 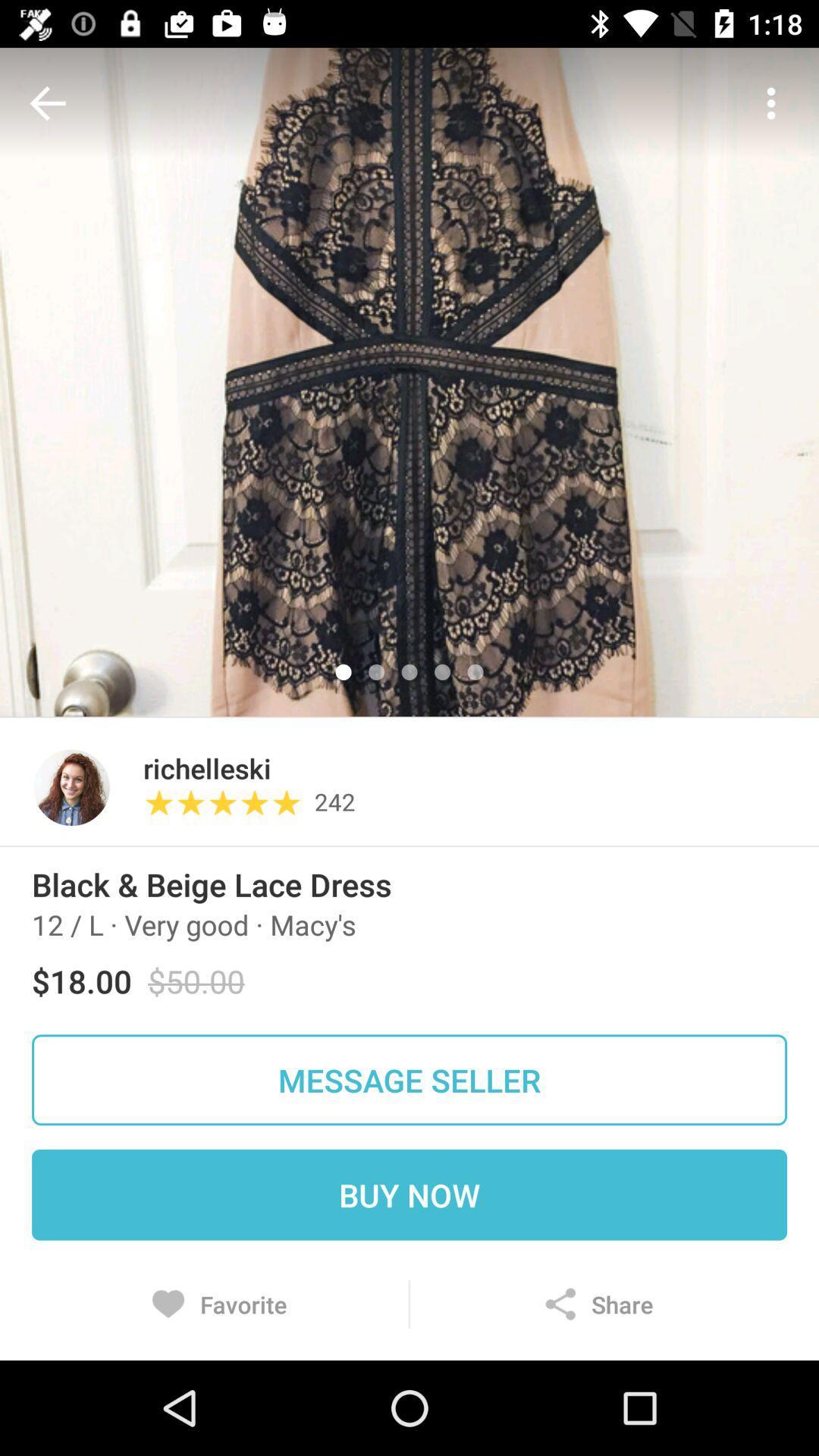 I want to click on the richelleski, so click(x=207, y=768).